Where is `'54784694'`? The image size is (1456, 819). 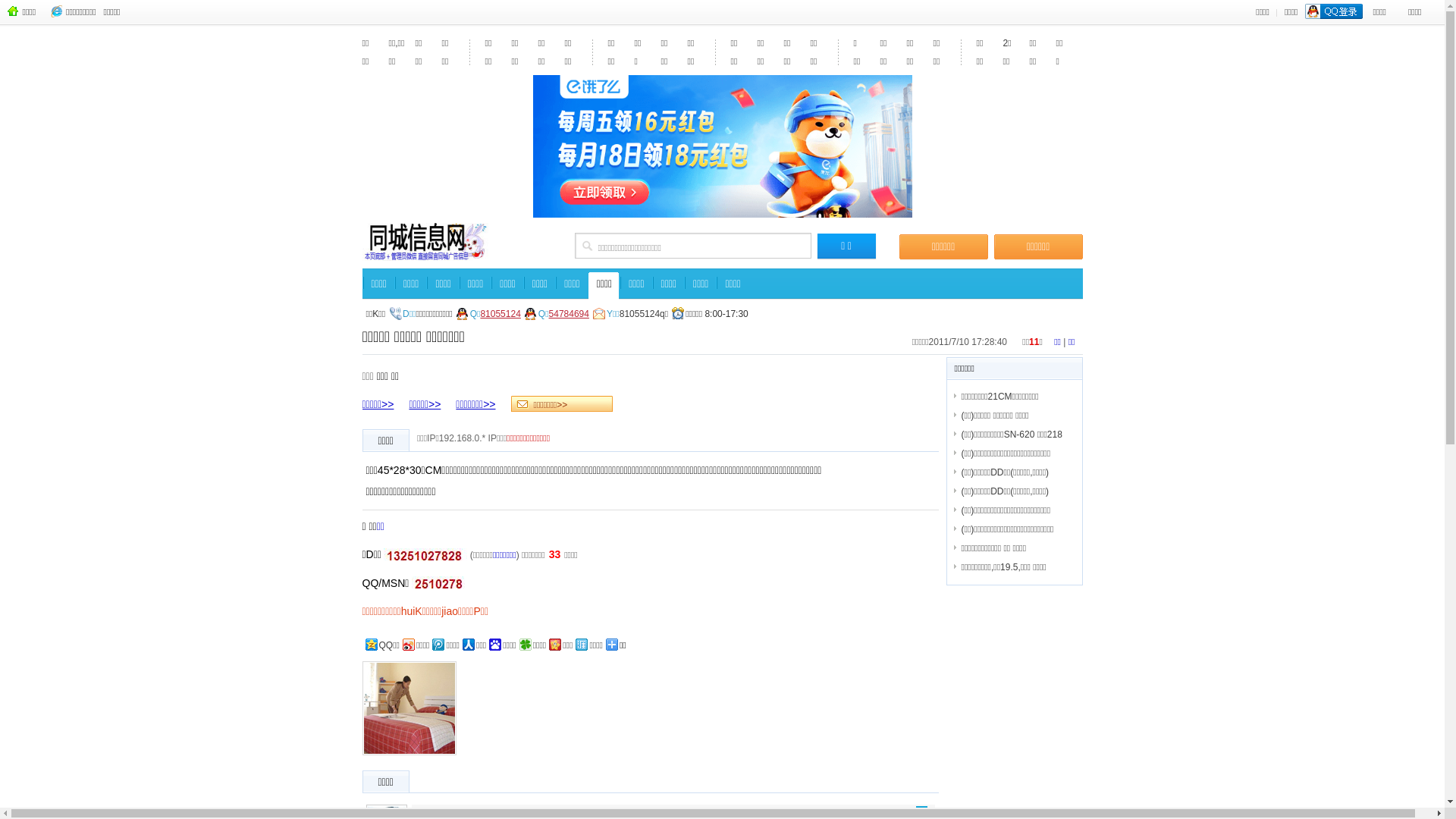
'54784694' is located at coordinates (548, 312).